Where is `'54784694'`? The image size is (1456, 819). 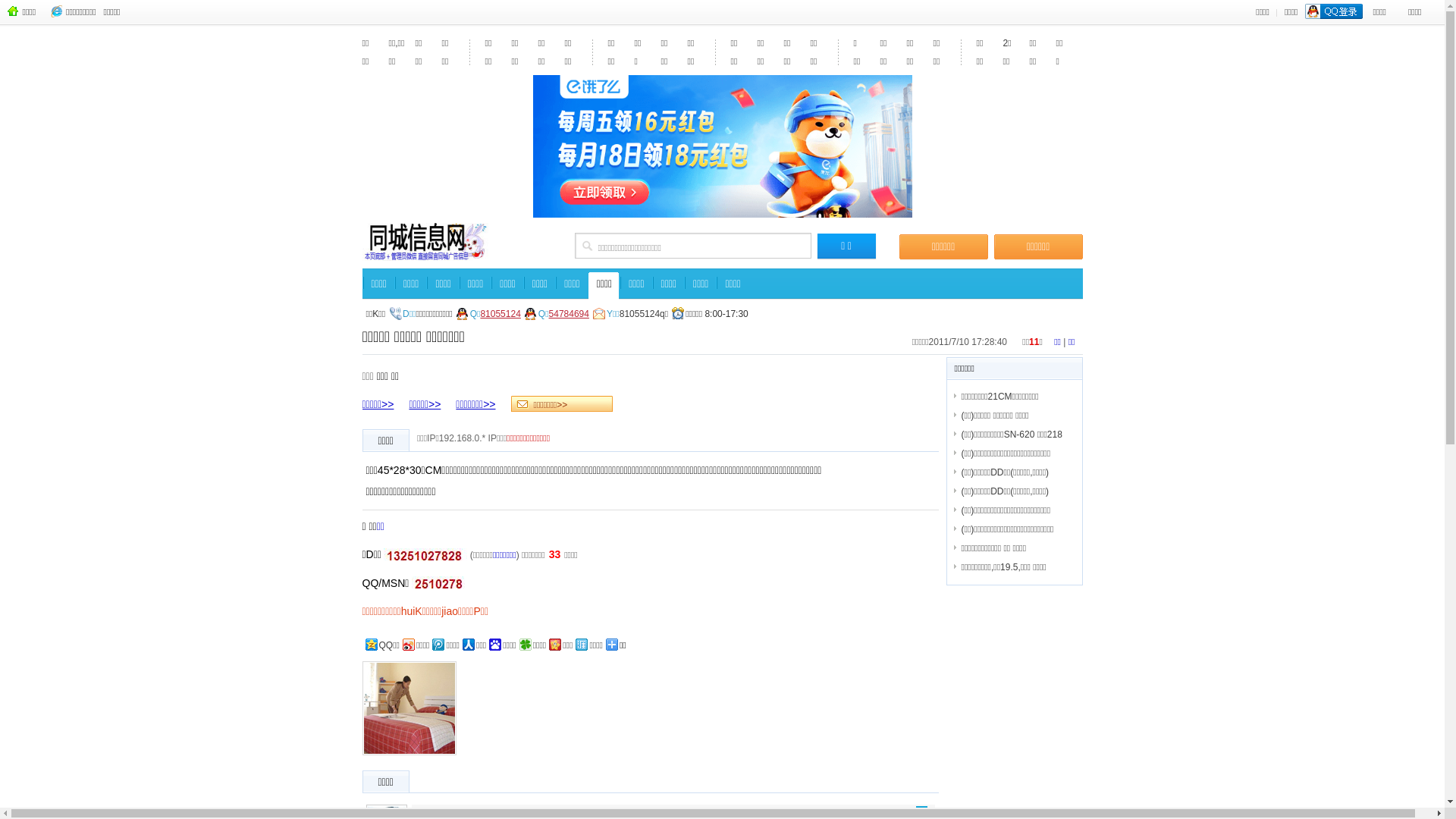
'54784694' is located at coordinates (548, 312).